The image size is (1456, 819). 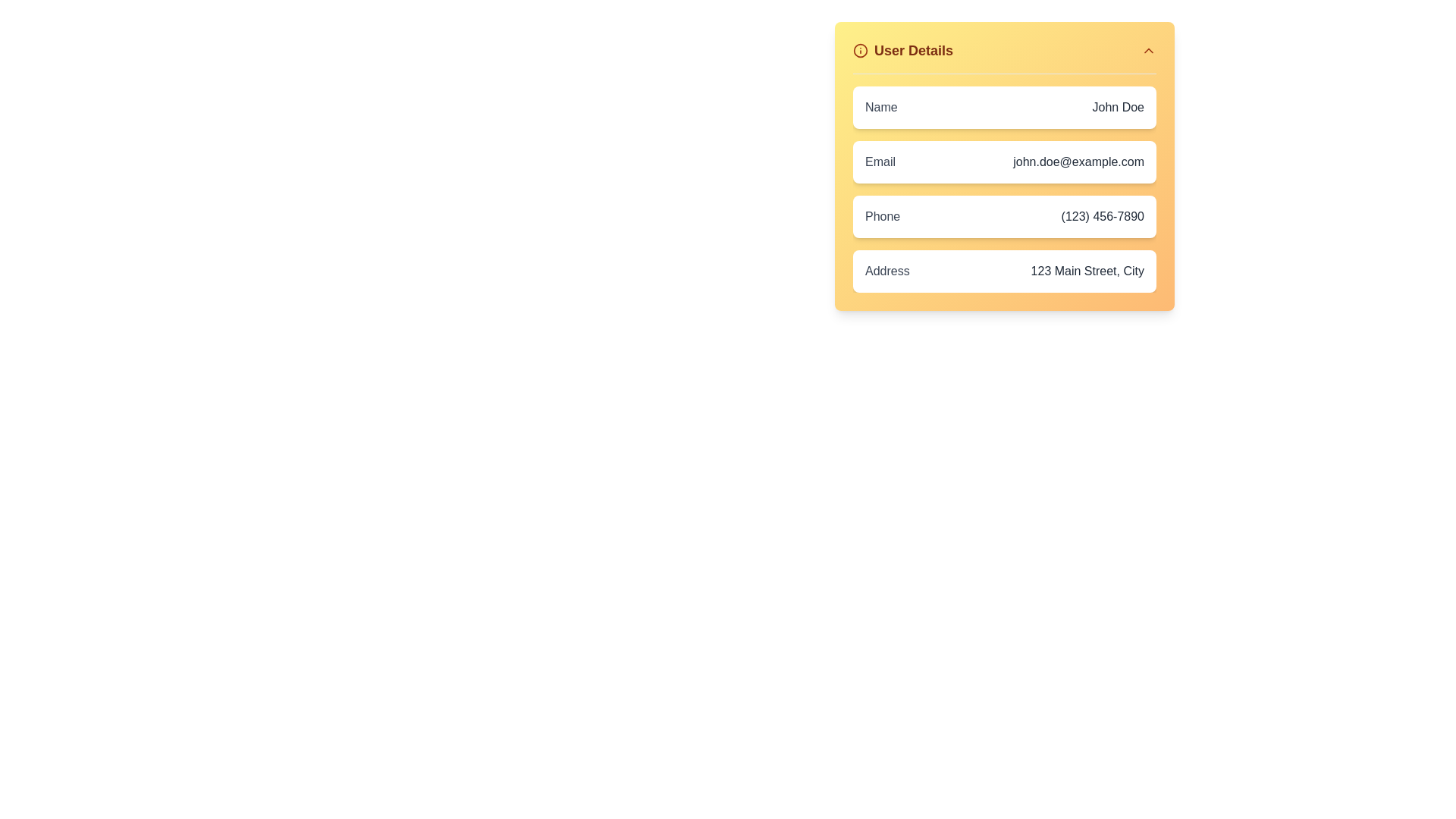 What do you see at coordinates (912, 49) in the screenshot?
I see `the 'User Details' text label, which is styled in a large, bold font with an orange hue, located at the top-left corner of an orange card-like component, to possibly trigger a tooltip or effect` at bounding box center [912, 49].